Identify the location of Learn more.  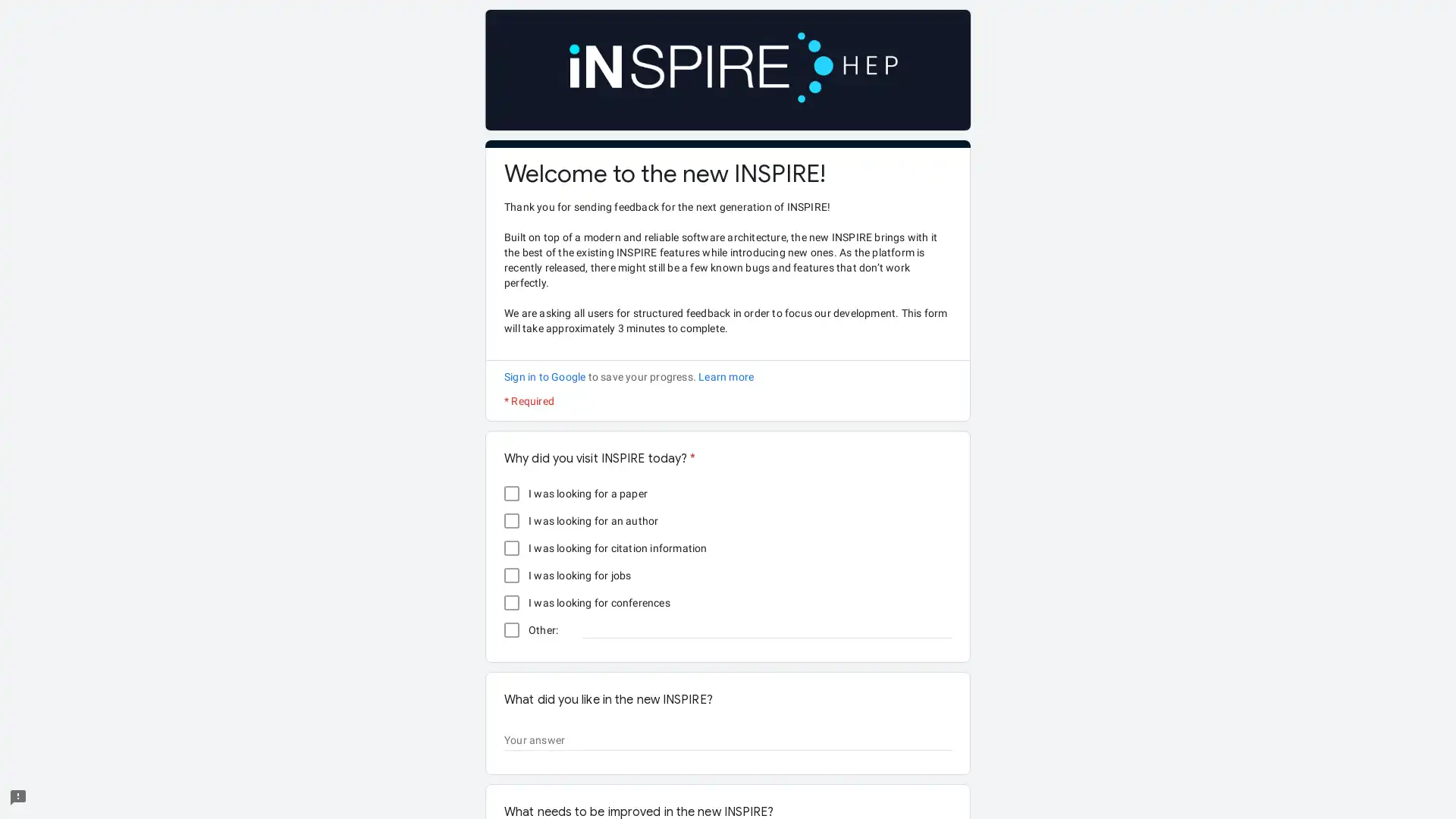
(725, 376).